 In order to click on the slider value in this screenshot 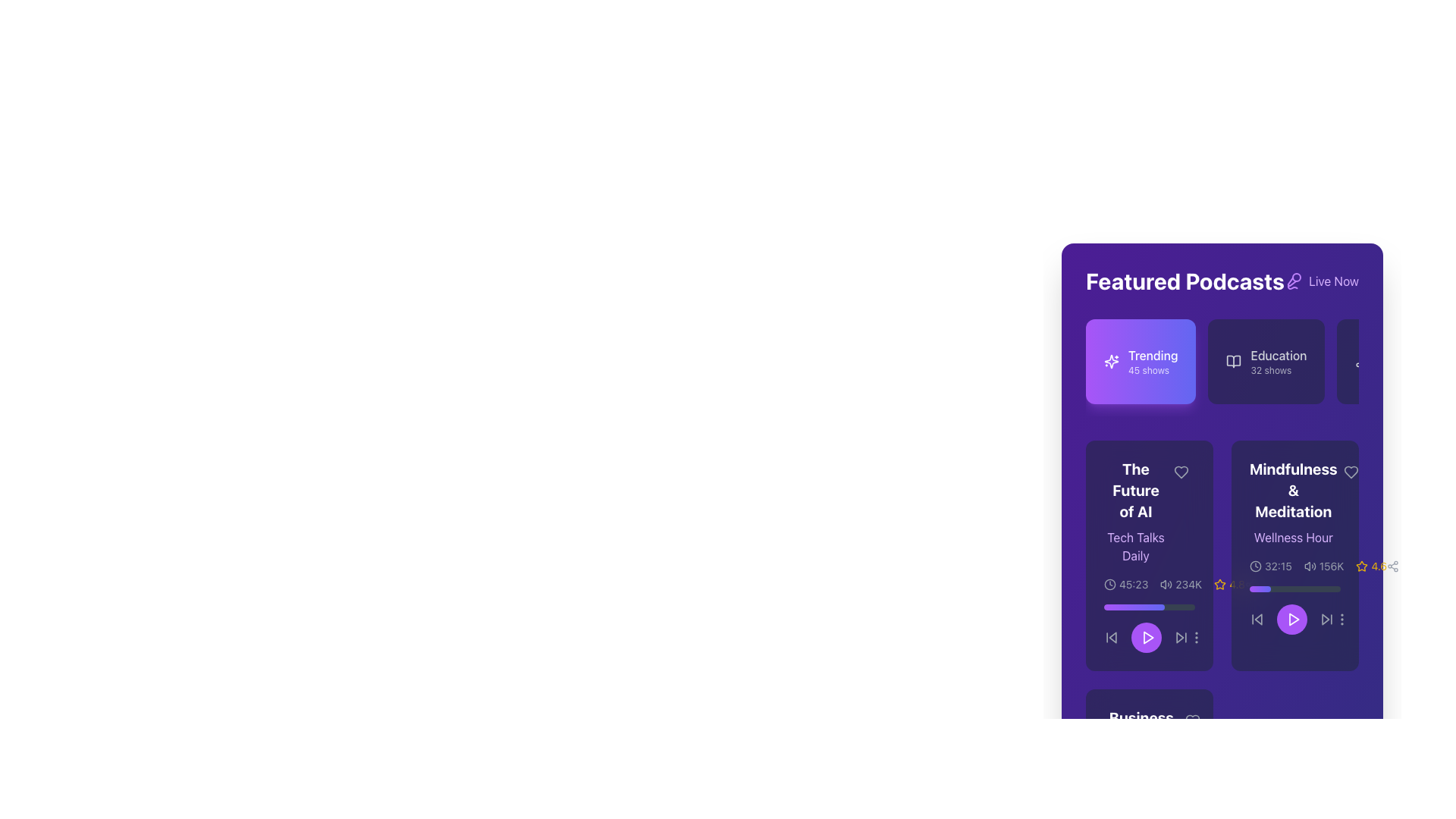, I will do `click(1156, 607)`.